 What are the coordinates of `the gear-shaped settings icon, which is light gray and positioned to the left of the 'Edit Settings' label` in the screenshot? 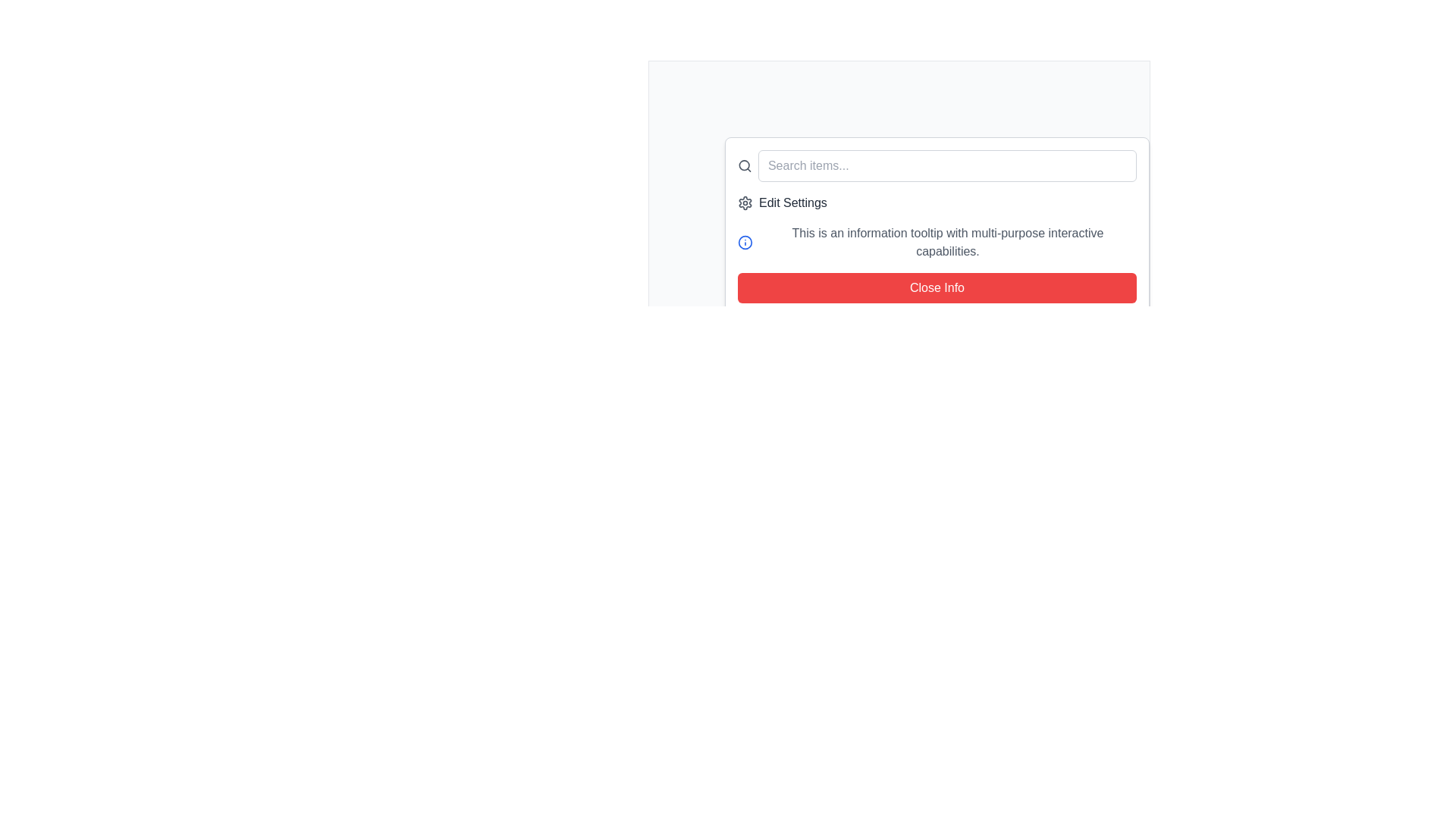 It's located at (745, 202).